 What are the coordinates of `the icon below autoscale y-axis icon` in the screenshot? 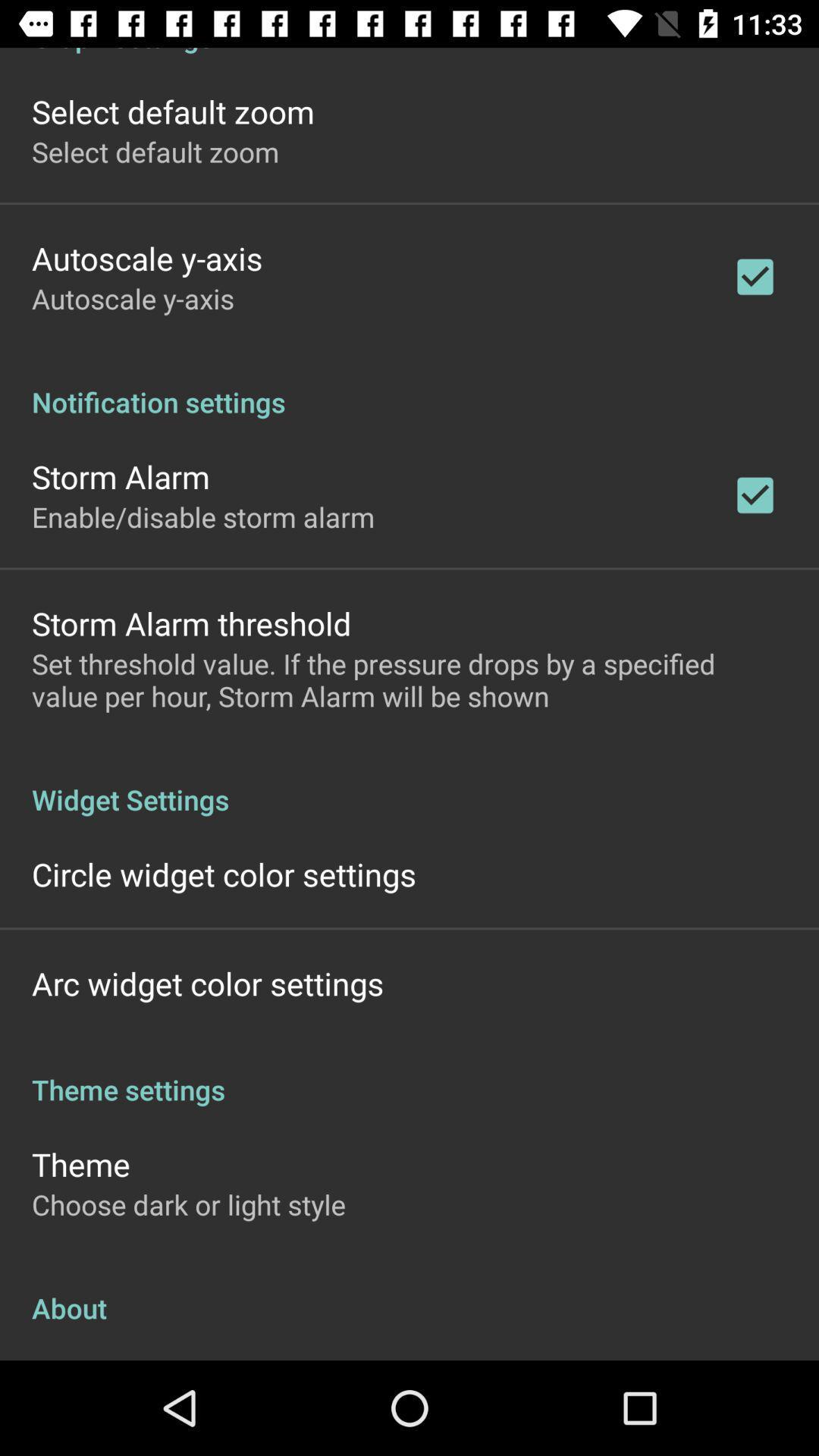 It's located at (409, 386).